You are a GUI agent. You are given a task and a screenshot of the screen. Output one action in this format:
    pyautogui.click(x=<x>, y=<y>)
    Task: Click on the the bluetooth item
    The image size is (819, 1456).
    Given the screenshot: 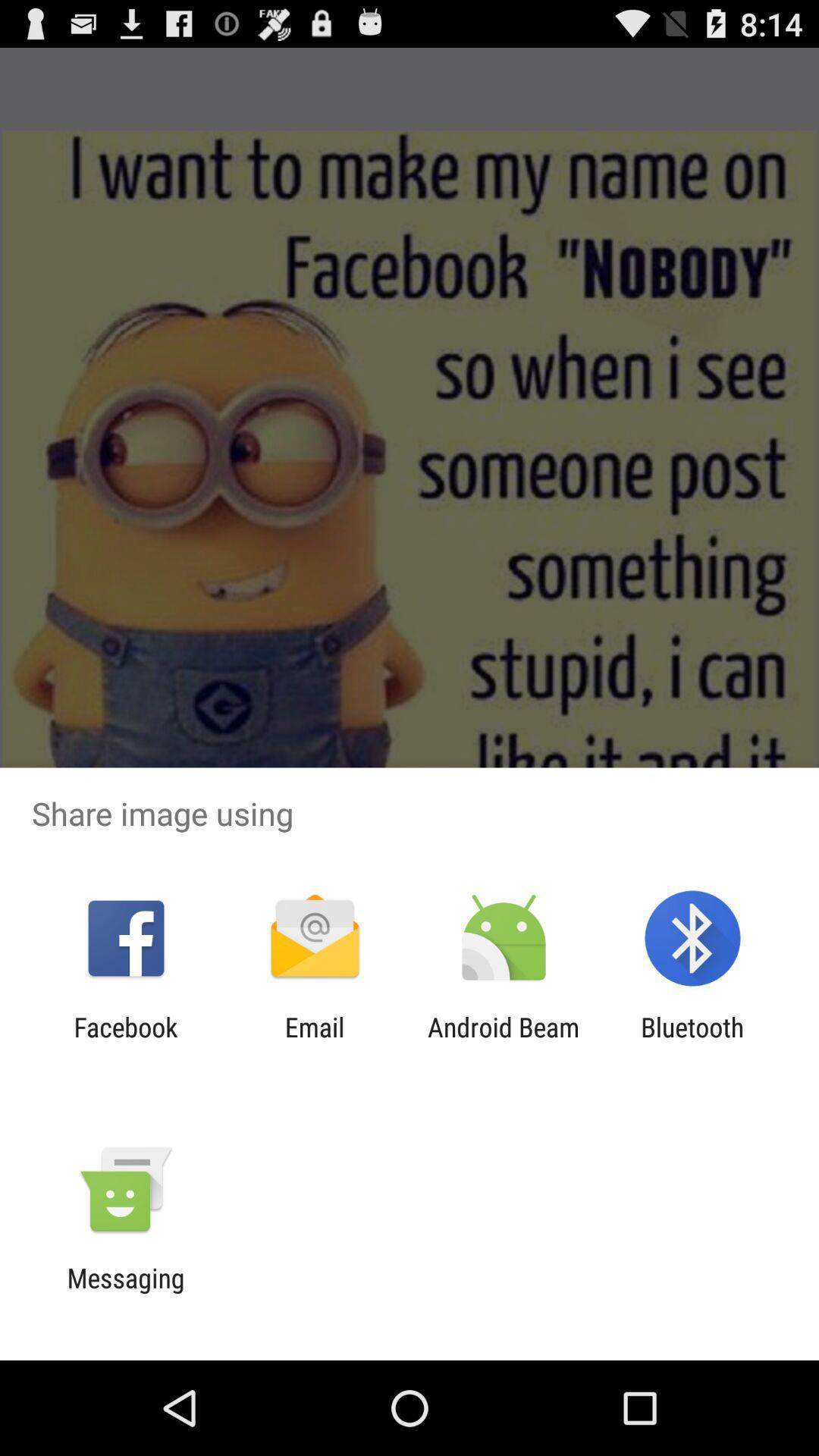 What is the action you would take?
    pyautogui.click(x=692, y=1042)
    